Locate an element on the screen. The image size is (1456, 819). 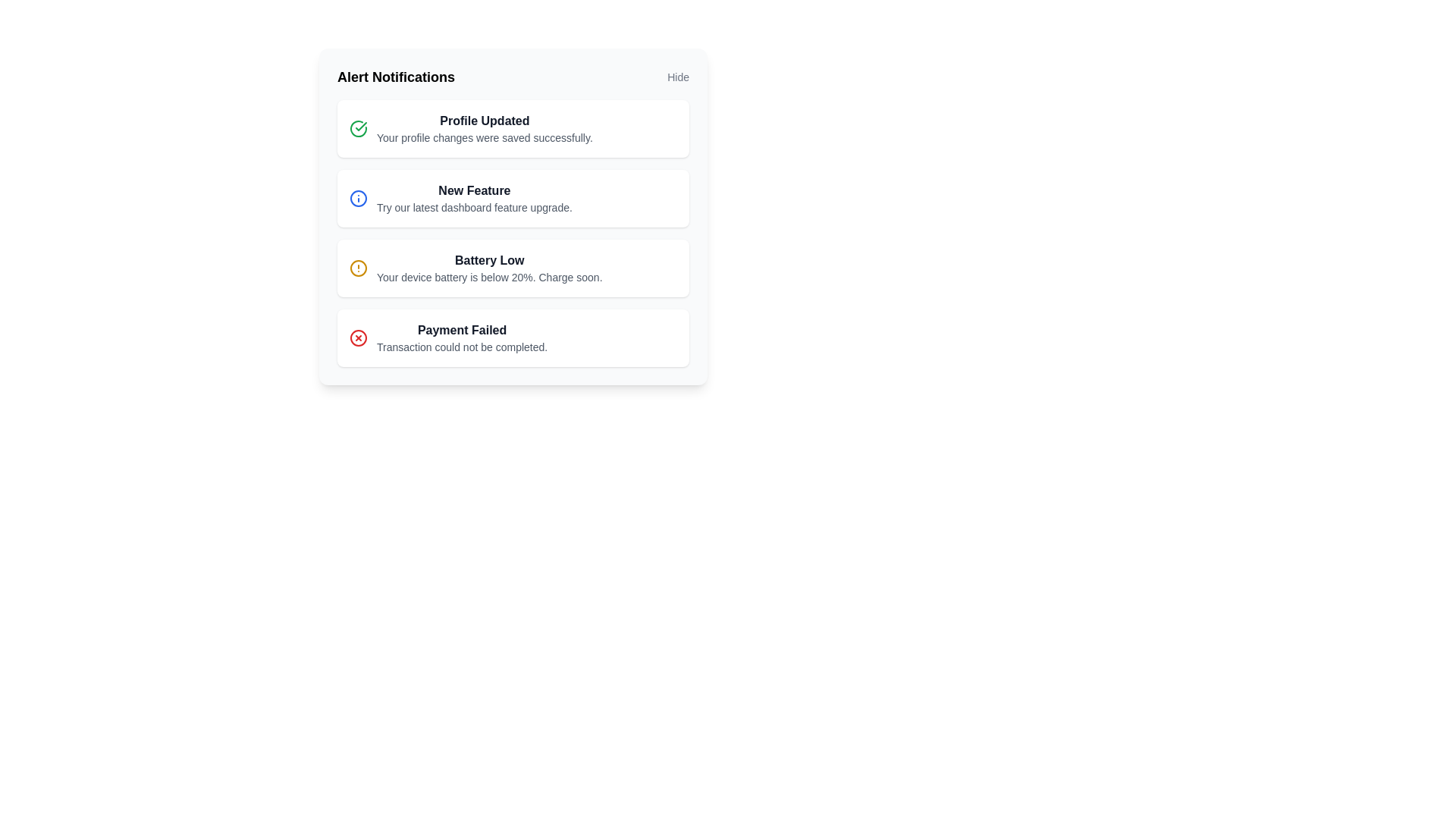
the success indicator icon positioned to the left of the text 'Profile Updated' within the first alert notification box is located at coordinates (358, 127).